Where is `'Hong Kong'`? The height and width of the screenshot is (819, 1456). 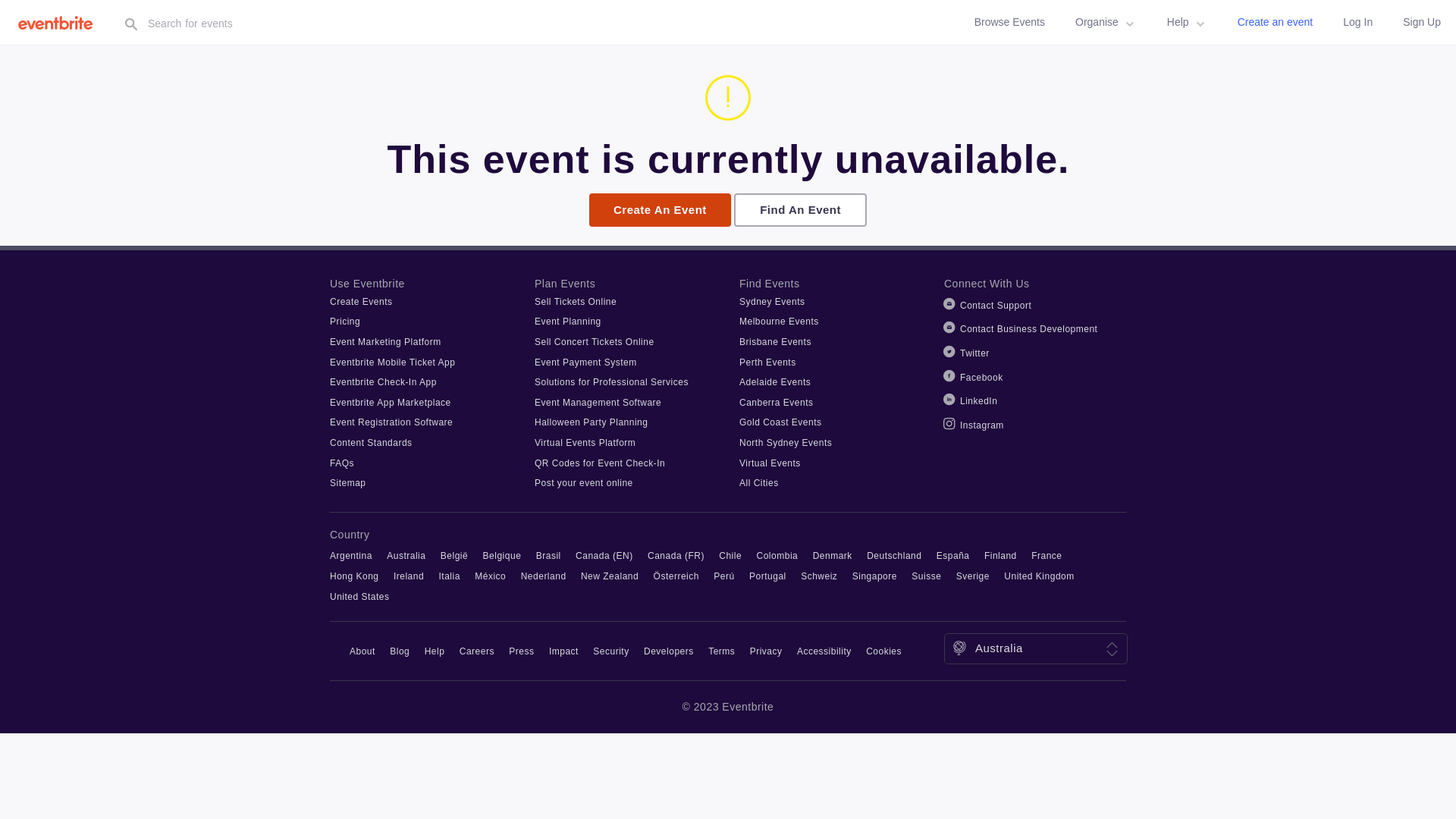
'Hong Kong' is located at coordinates (329, 576).